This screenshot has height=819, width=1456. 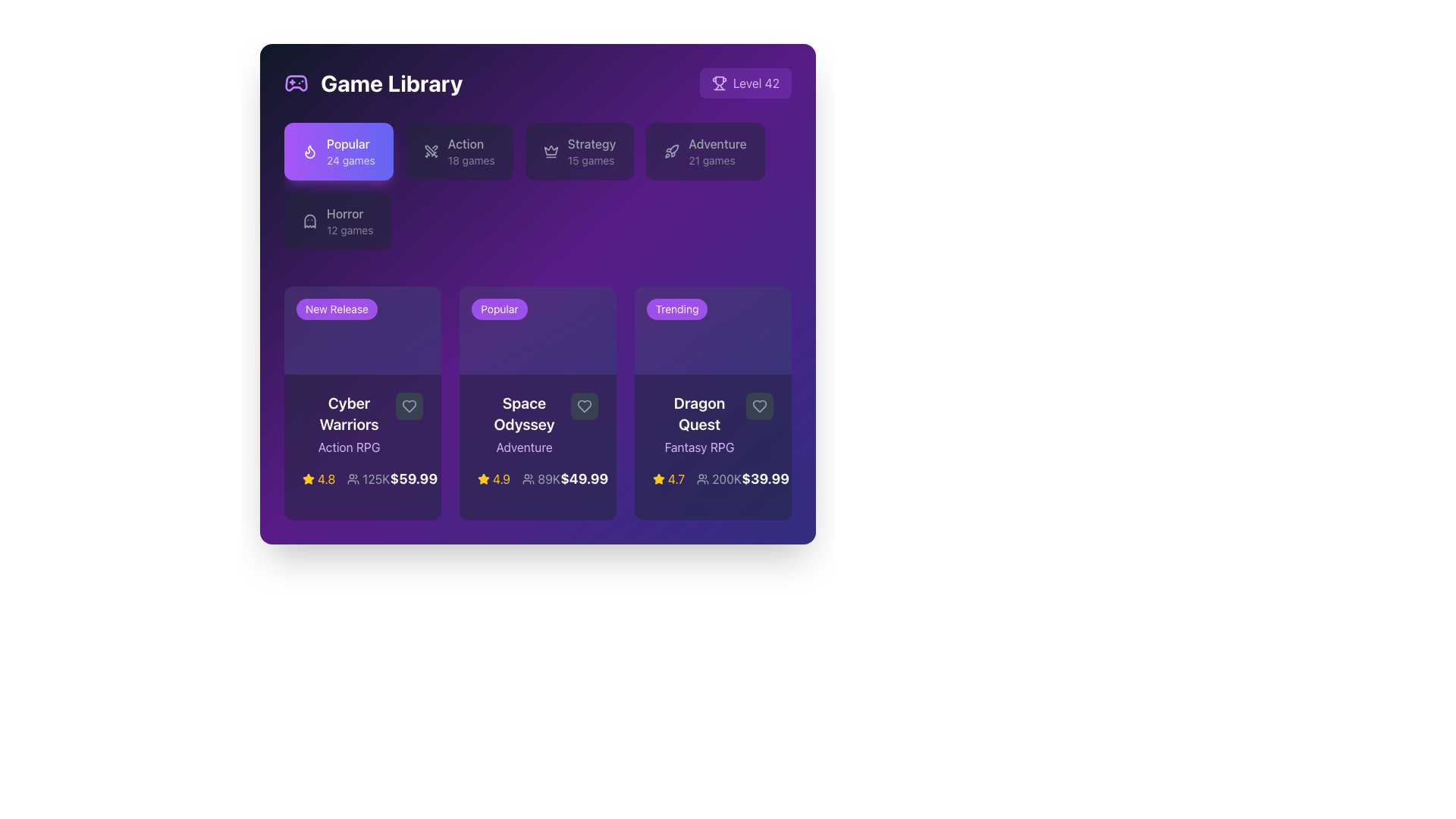 What do you see at coordinates (309, 152) in the screenshot?
I see `the flame icon representing 'popularity' located in the left-side navigation bar next to the 'Popular' tab` at bounding box center [309, 152].